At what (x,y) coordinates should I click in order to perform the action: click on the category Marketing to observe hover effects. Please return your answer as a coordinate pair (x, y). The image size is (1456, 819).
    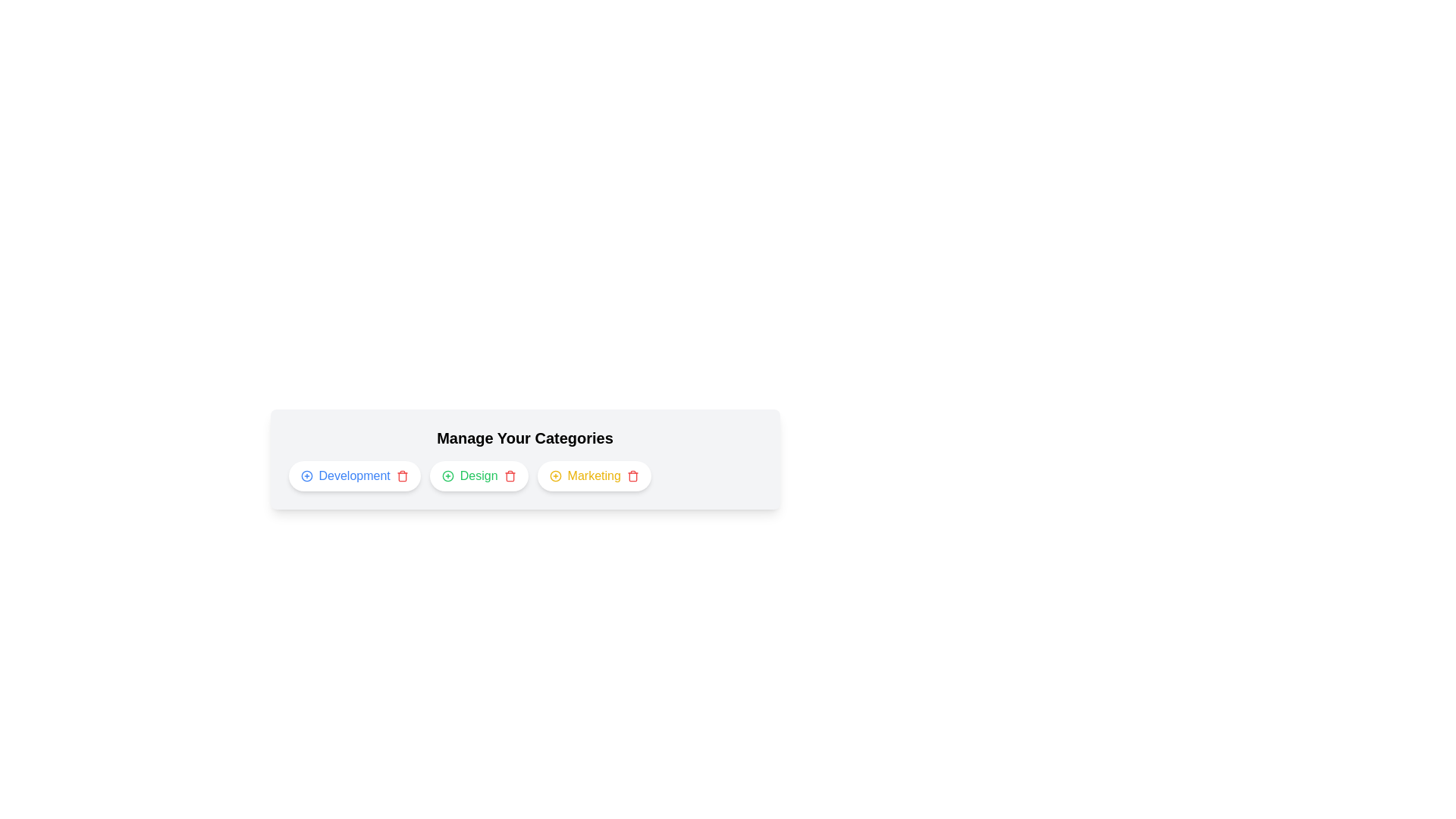
    Looking at the image, I should click on (593, 475).